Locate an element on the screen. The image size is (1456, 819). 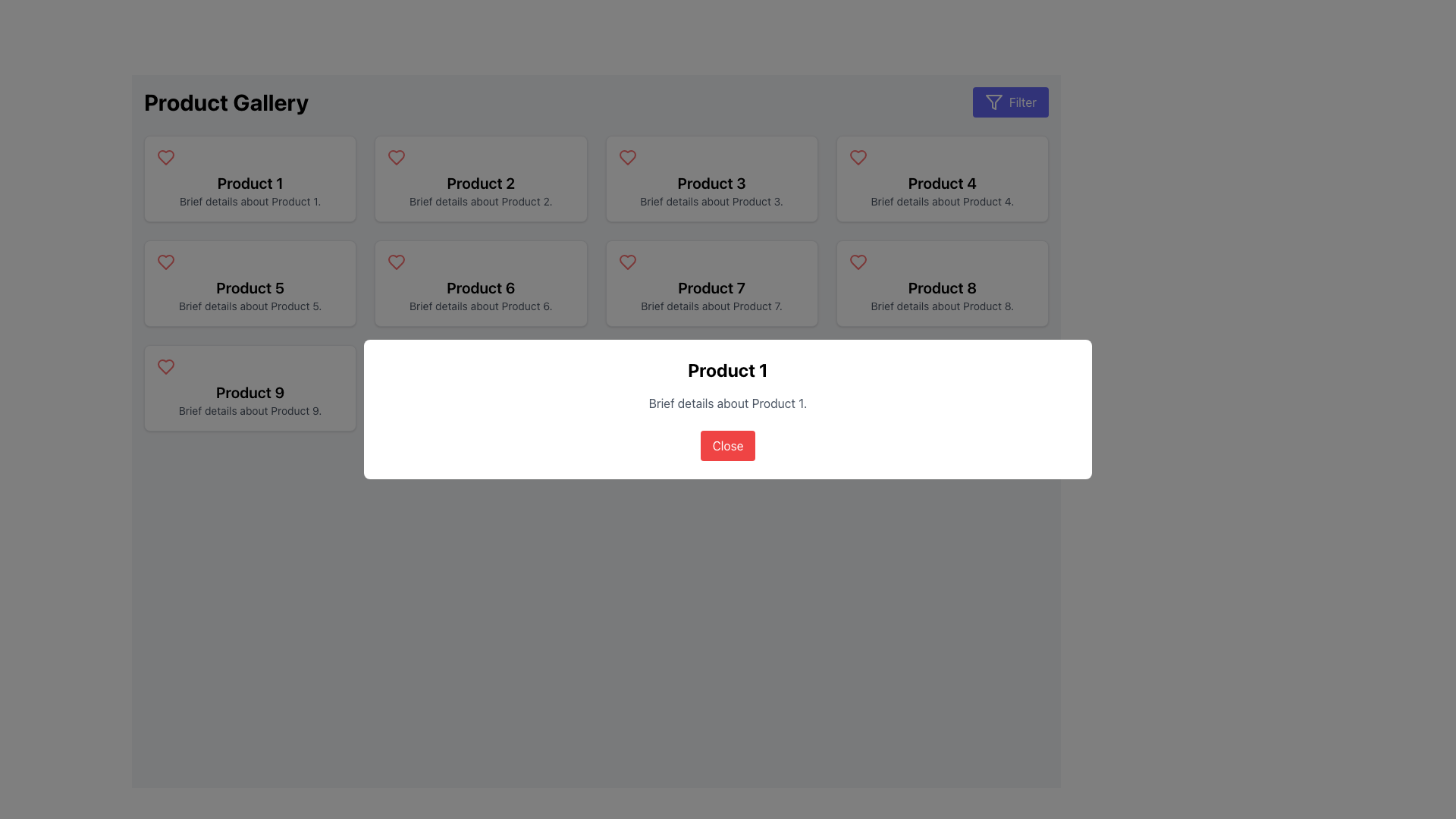
the 'Product 4' card located in the first row, fourth column of the grid layout is located at coordinates (941, 177).